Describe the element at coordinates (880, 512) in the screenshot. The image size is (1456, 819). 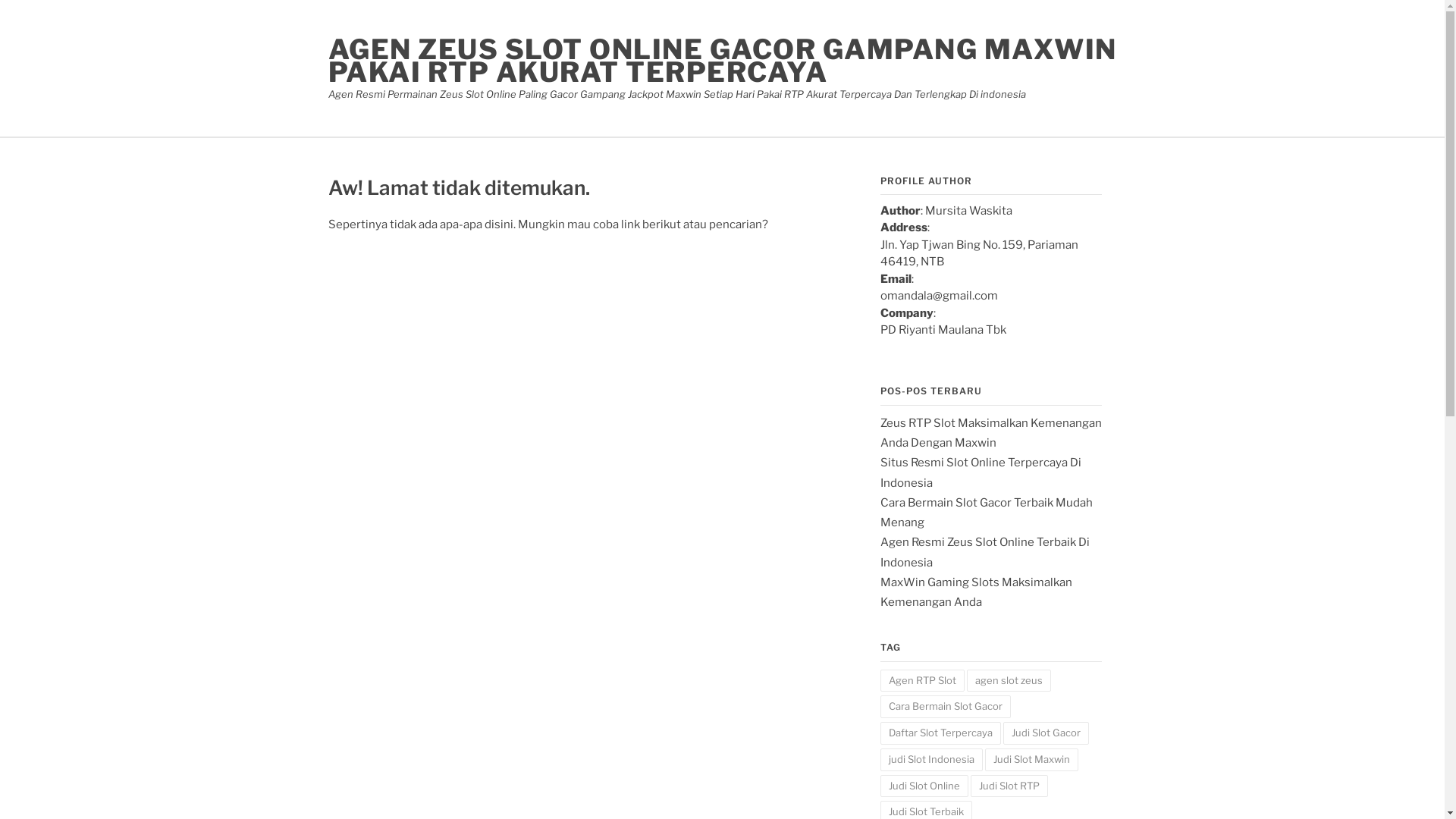
I see `'Cara Bermain Slot Gacor Terbaik Mudah Menang'` at that location.